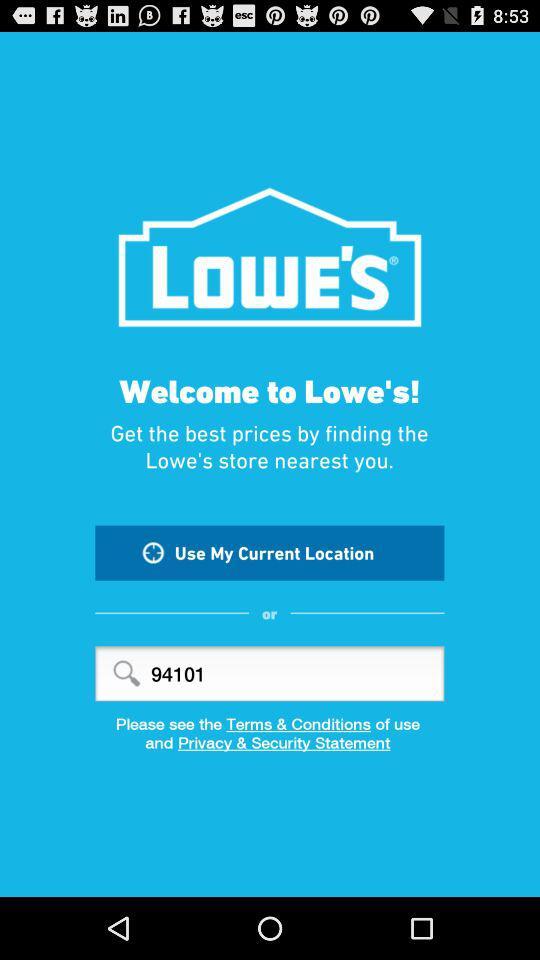  Describe the element at coordinates (269, 673) in the screenshot. I see `icon above the please see the` at that location.